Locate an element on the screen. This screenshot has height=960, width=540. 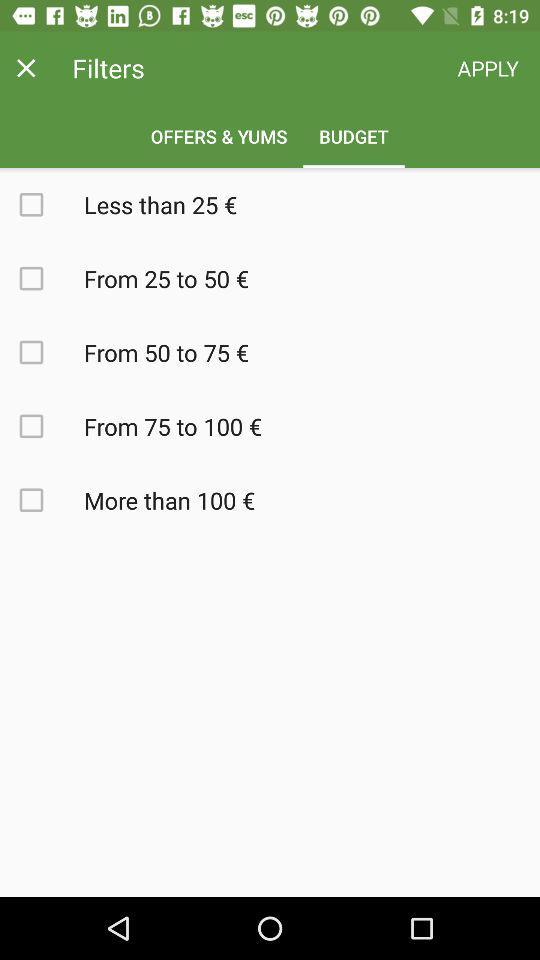
mark to choose this filter is located at coordinates (42, 352).